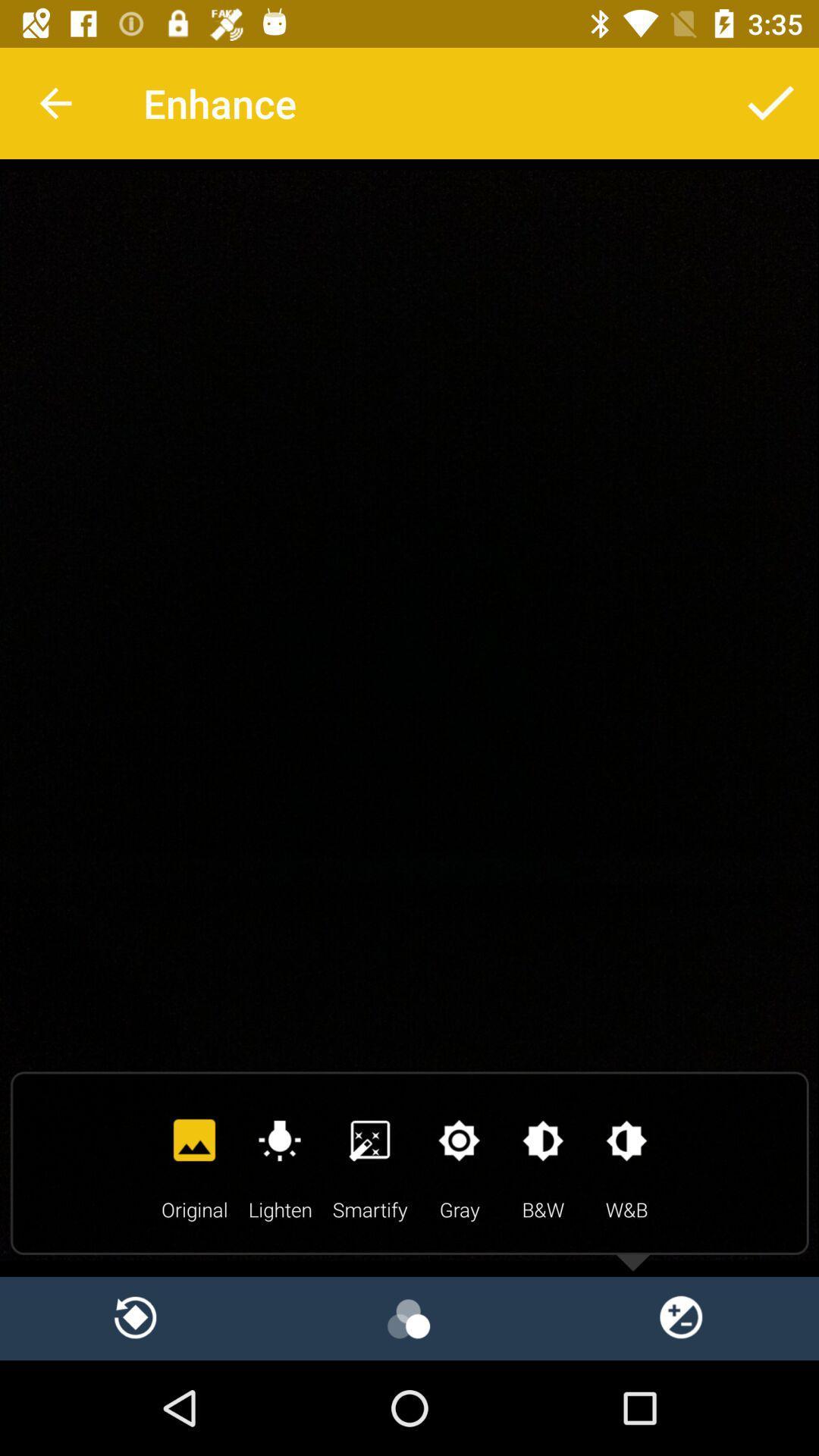 The width and height of the screenshot is (819, 1456). I want to click on blink option, so click(409, 1317).